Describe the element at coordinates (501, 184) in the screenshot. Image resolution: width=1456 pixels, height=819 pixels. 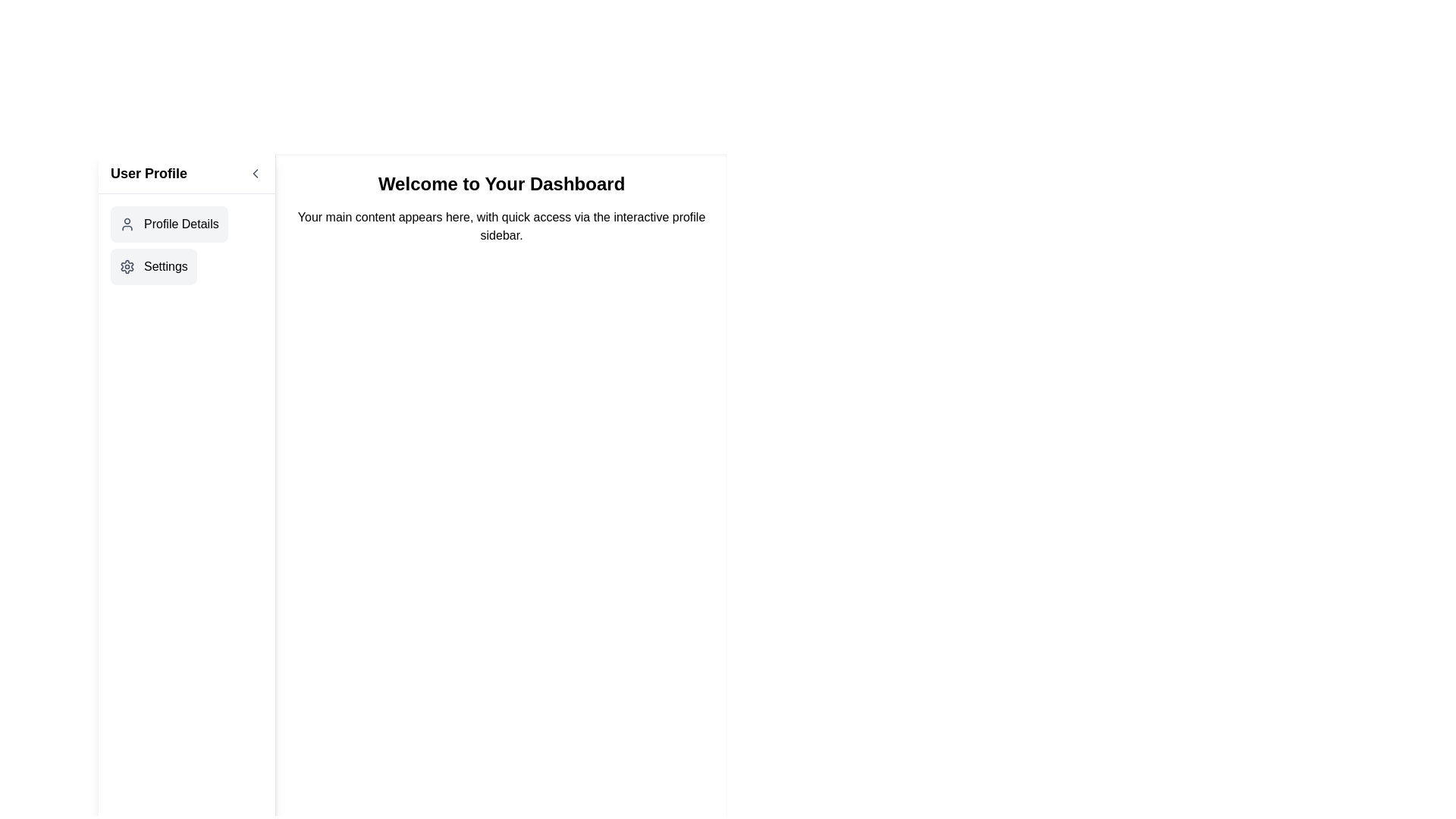
I see `the welcoming banner text display element located in the central panel on the right-hand side of the dashboard interface` at that location.